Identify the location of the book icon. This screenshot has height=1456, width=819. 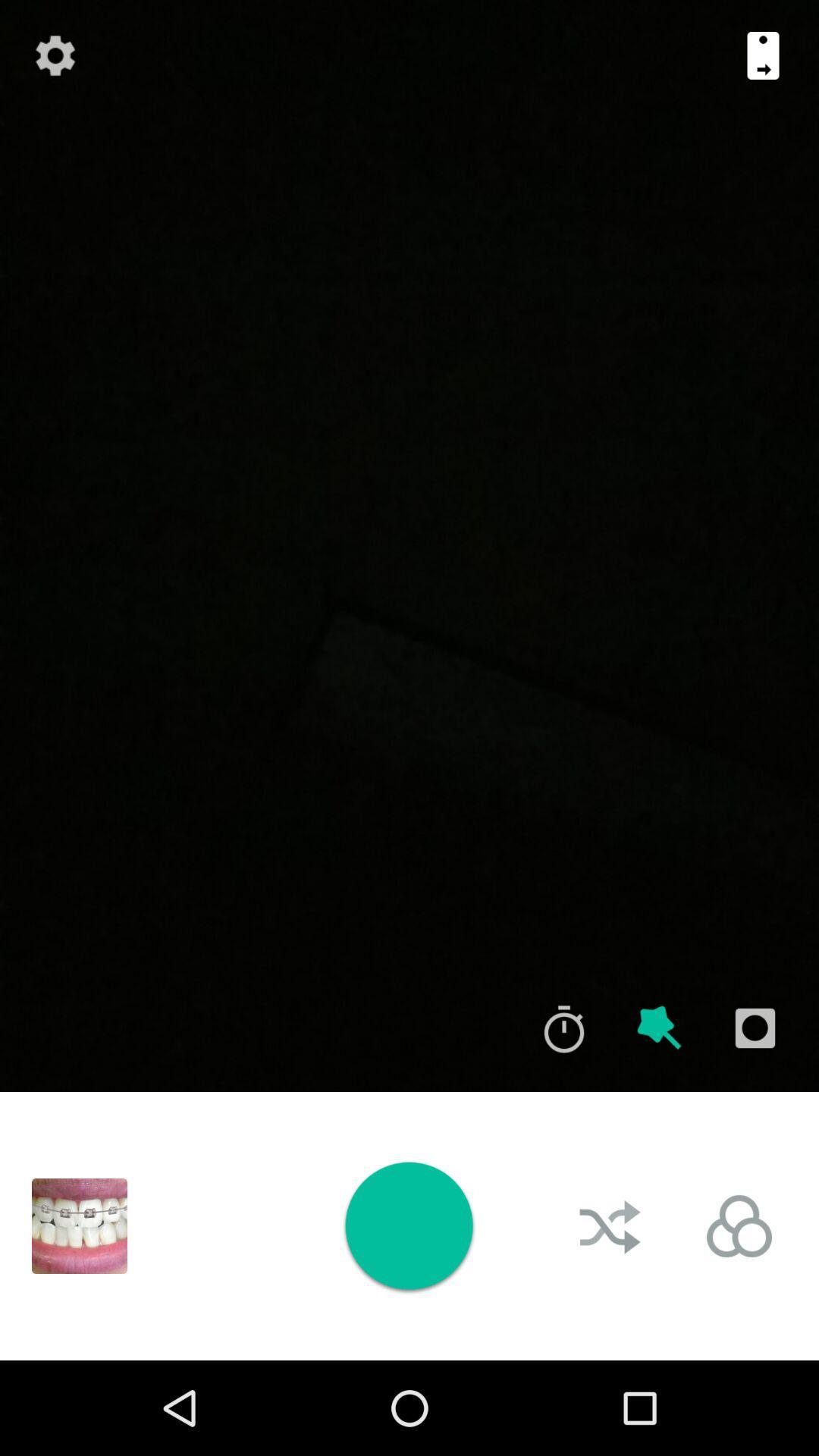
(763, 59).